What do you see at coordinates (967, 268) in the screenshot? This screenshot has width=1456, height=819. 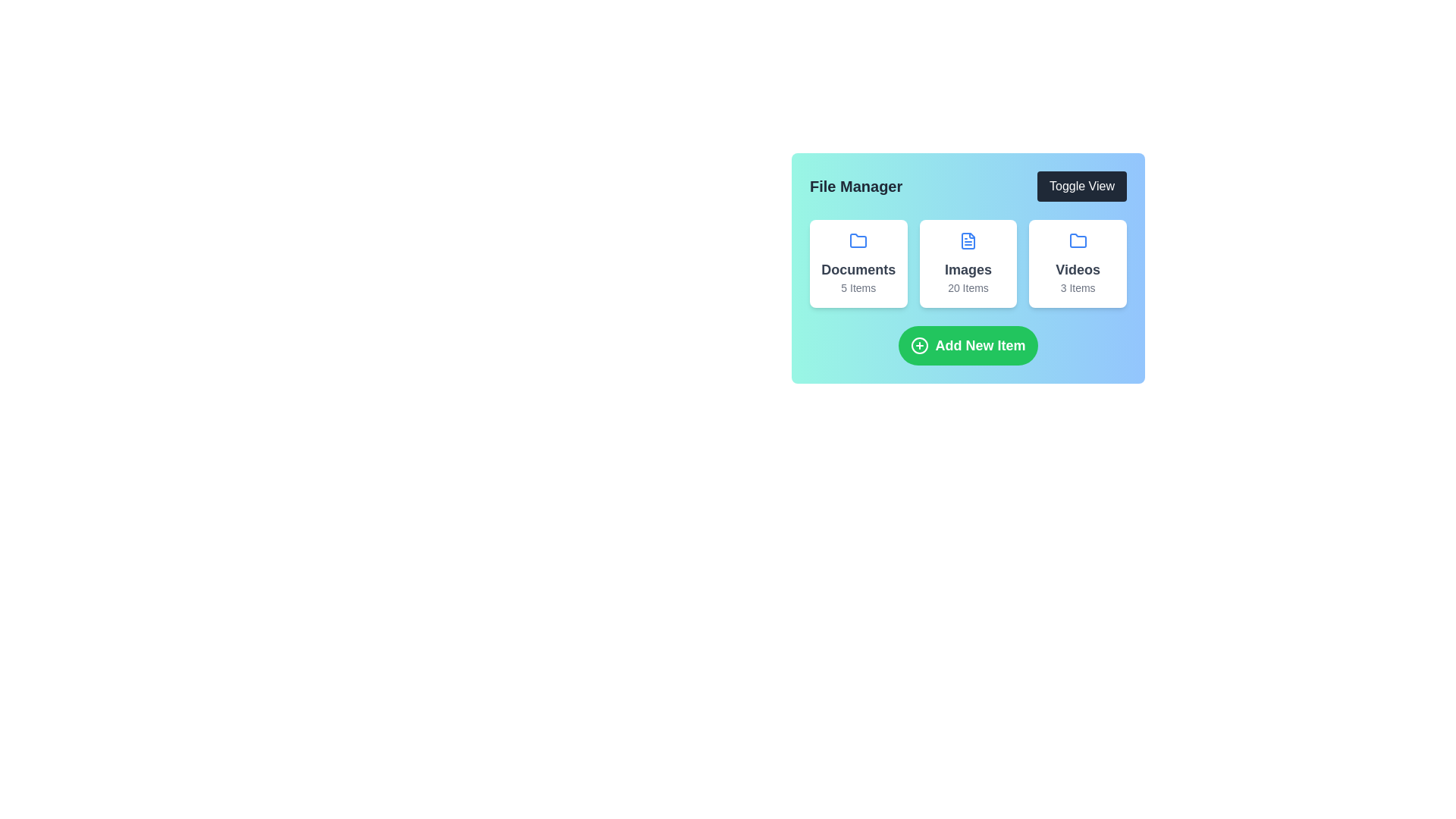 I see `the category panels within the dashboard interface of the file manager` at bounding box center [967, 268].